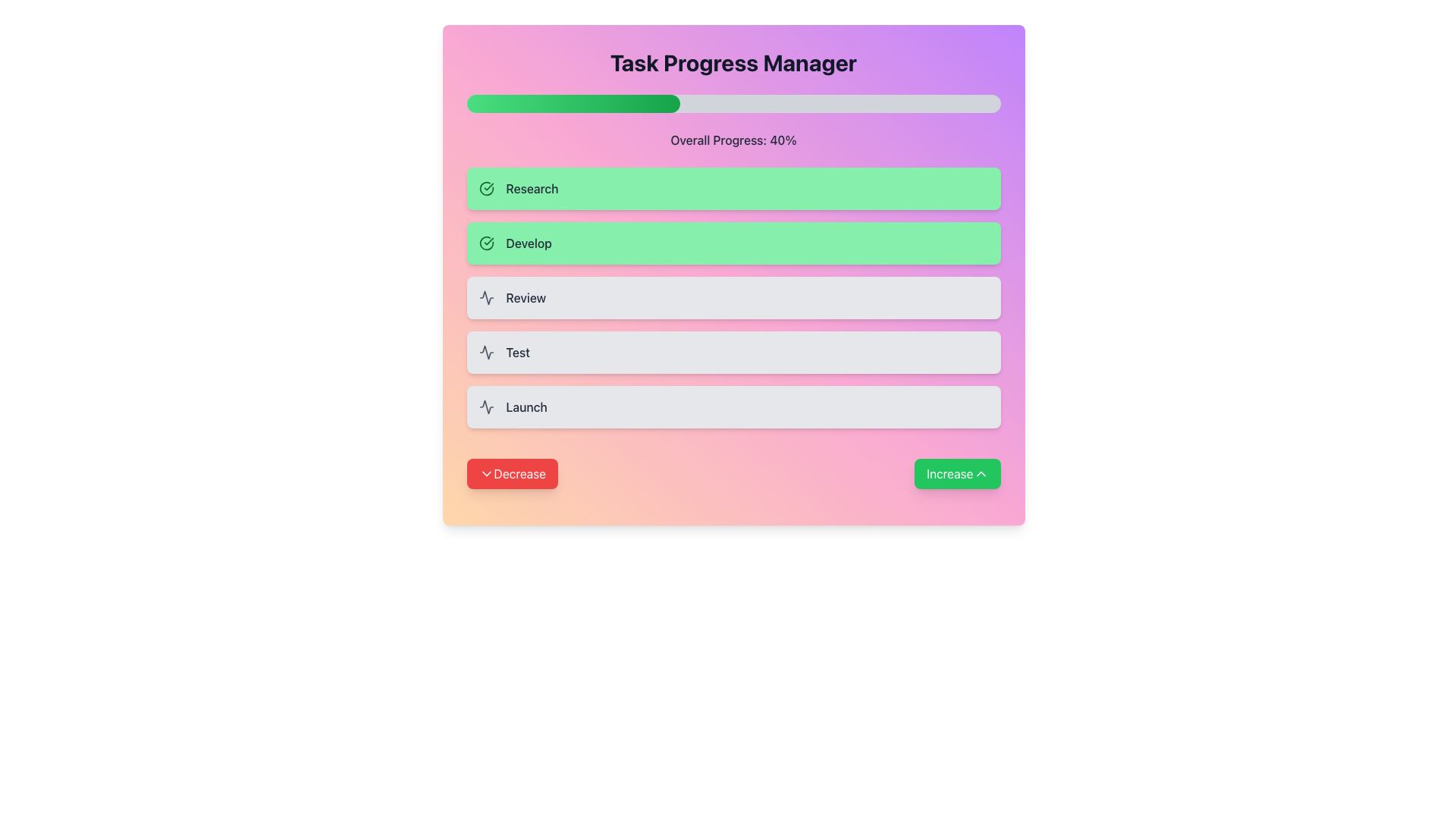 Image resolution: width=1456 pixels, height=819 pixels. Describe the element at coordinates (733, 242) in the screenshot. I see `the 'Develop' button located centrally in the 'Task Progress Manager' interface, which is the second button in a vertical list of buttons, below the 'Research' button and above the 'Review' button, to use associated controls` at that location.